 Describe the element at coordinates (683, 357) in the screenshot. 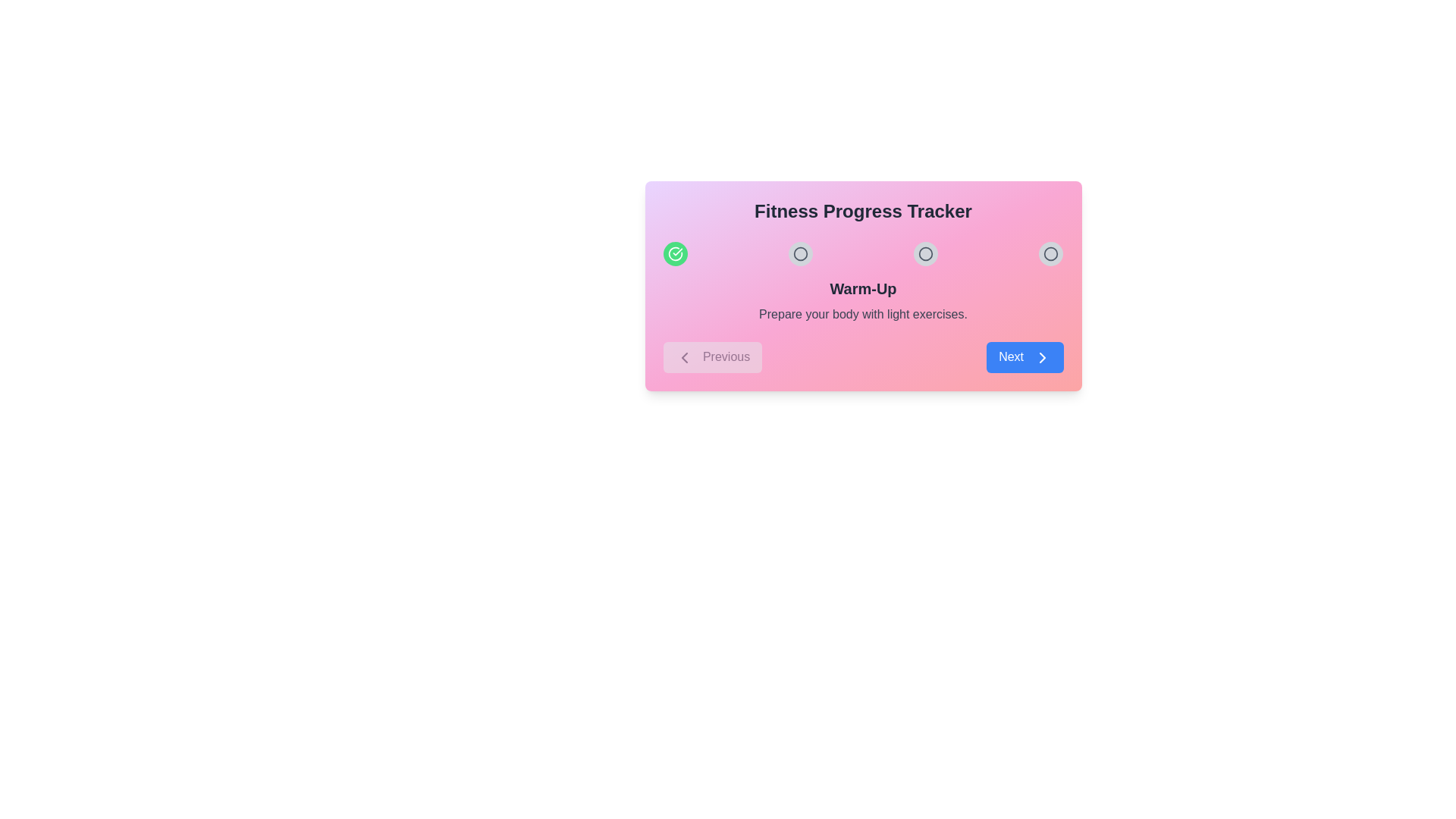

I see `the left-pointing chevron icon located within the 'Previous' button at the bottom-left corner of the card` at that location.